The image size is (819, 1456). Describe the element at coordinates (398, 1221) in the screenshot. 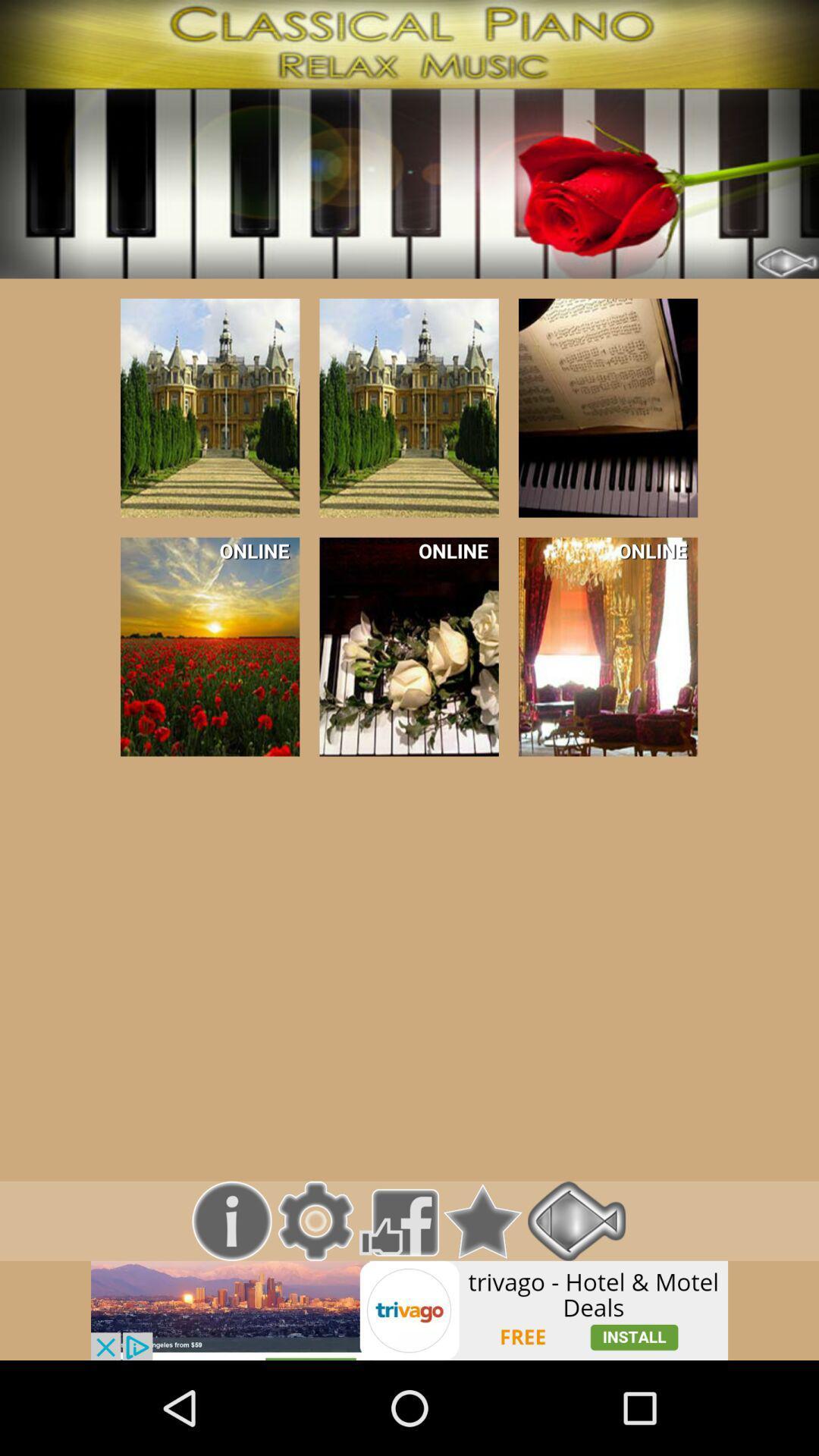

I see `click facebook option` at that location.